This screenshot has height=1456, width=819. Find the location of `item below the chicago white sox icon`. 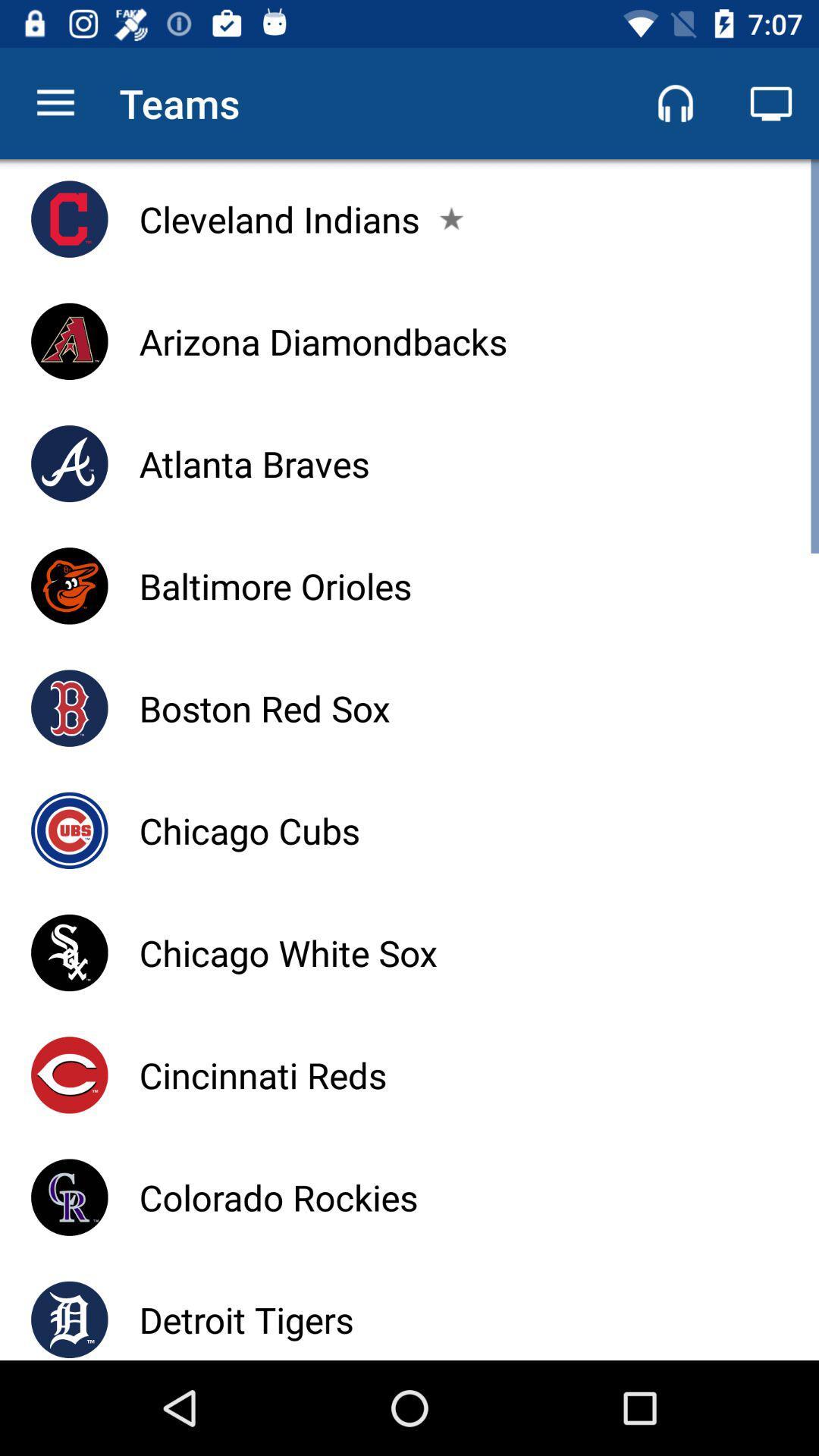

item below the chicago white sox icon is located at coordinates (262, 1074).